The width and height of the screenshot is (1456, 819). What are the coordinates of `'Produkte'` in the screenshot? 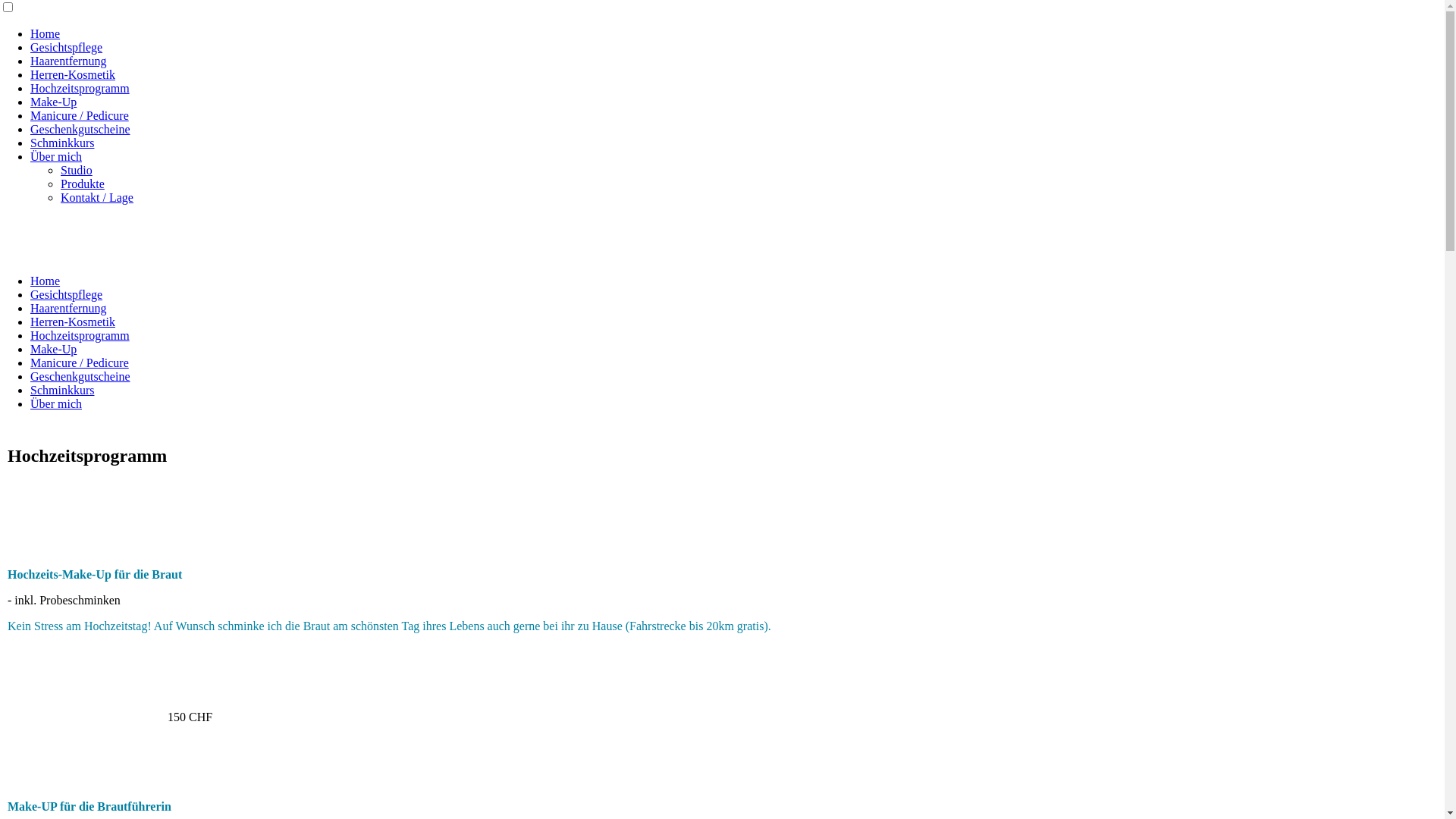 It's located at (82, 183).